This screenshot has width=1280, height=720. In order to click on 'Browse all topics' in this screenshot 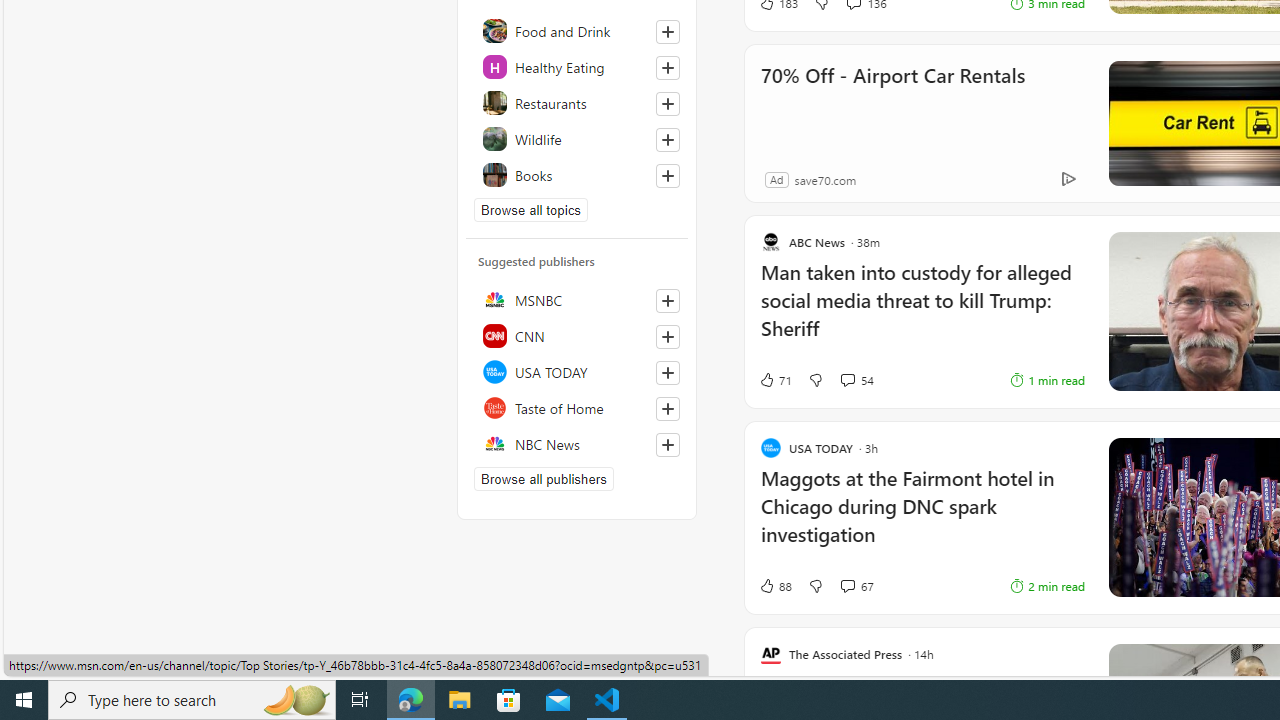, I will do `click(531, 209)`.